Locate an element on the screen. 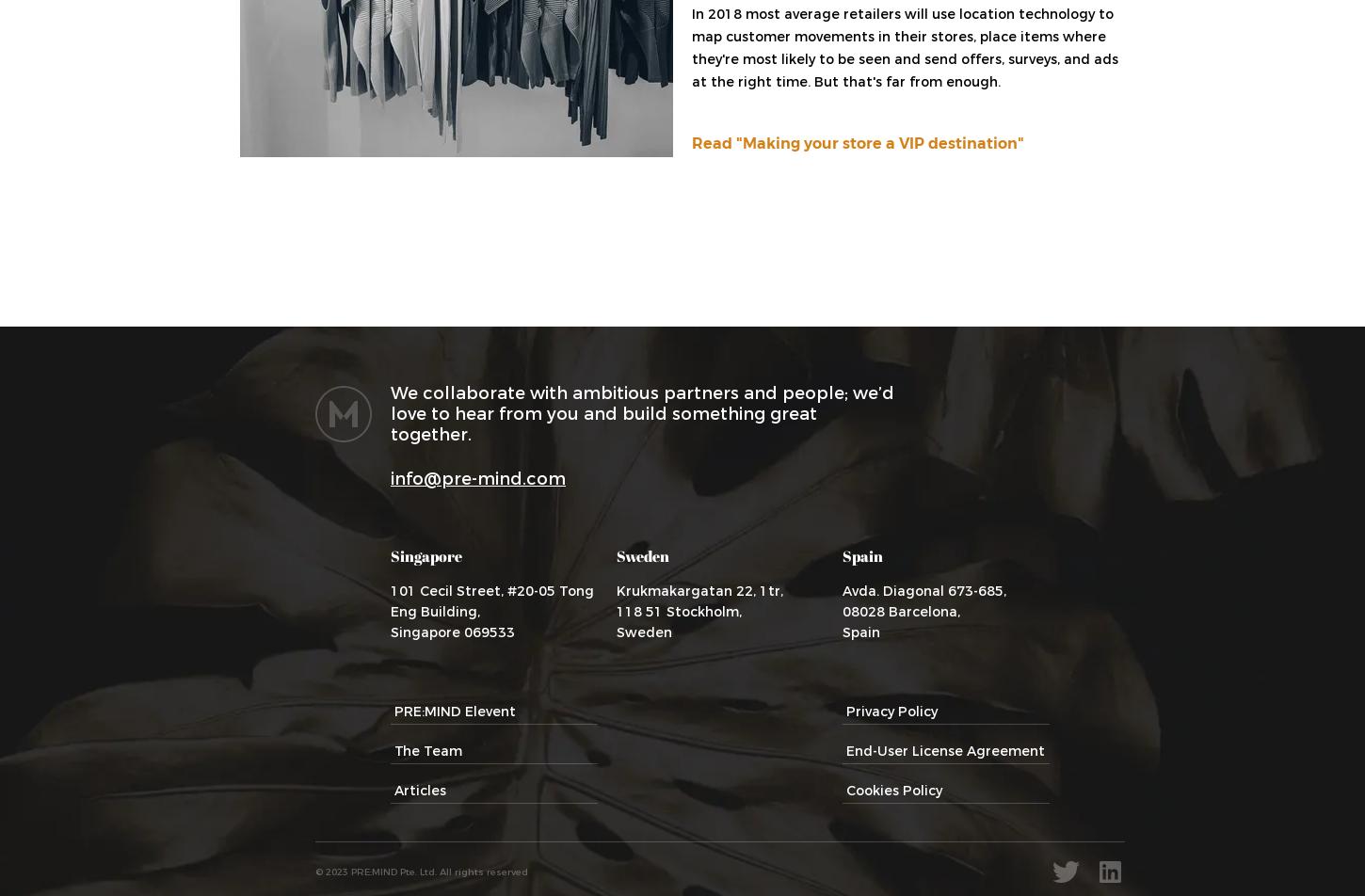 The image size is (1365, 896). '118 51 Stockholm,' is located at coordinates (678, 612).